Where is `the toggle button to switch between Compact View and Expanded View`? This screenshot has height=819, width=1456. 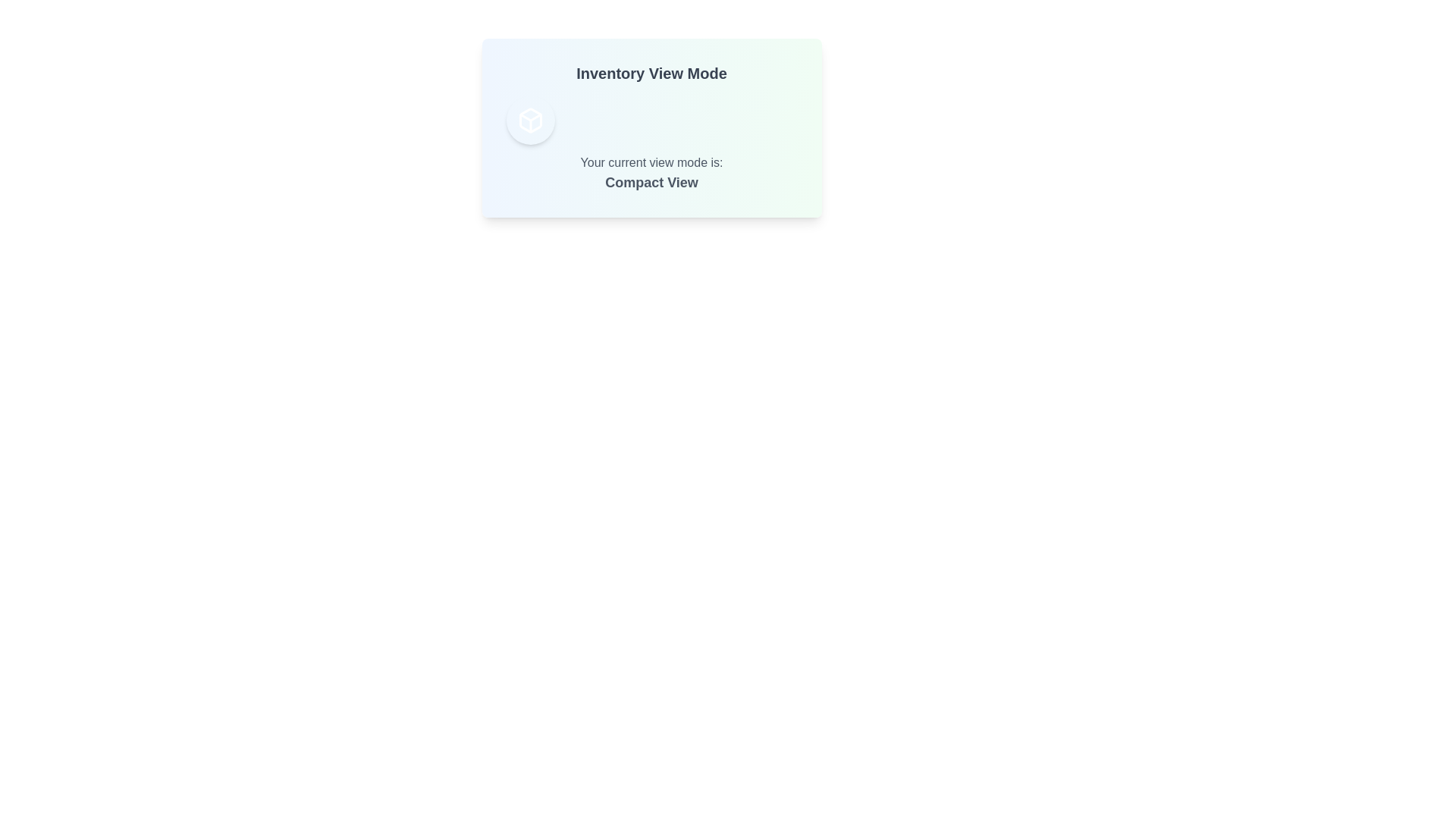 the toggle button to switch between Compact View and Expanded View is located at coordinates (530, 119).